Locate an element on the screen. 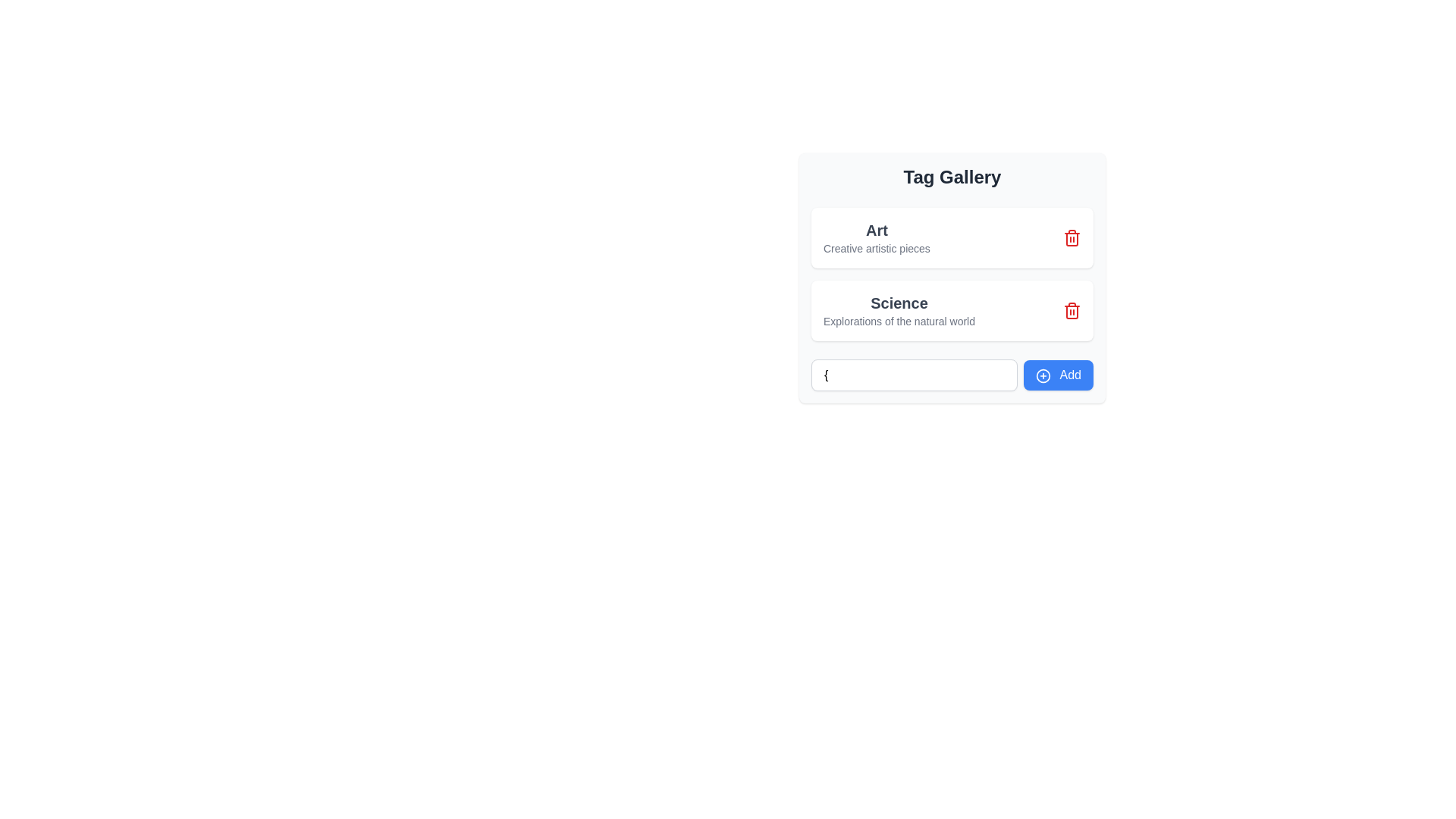 The height and width of the screenshot is (819, 1456). the text-label component displaying 'Art' with the description 'Creative artistic pieces', which is the first element in the 'Tag Gallery' list is located at coordinates (877, 237).